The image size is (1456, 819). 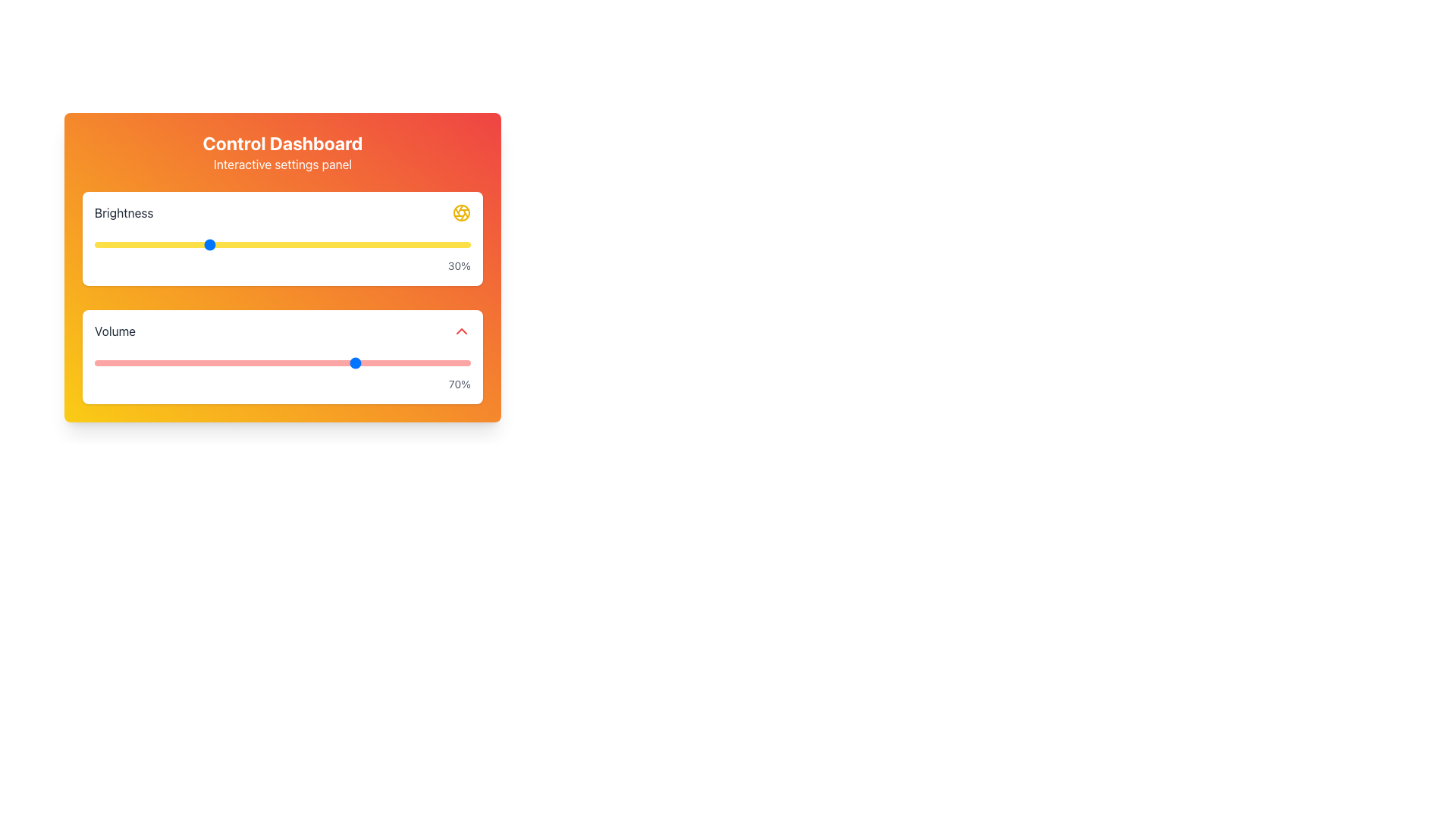 What do you see at coordinates (181, 362) in the screenshot?
I see `the volume` at bounding box center [181, 362].